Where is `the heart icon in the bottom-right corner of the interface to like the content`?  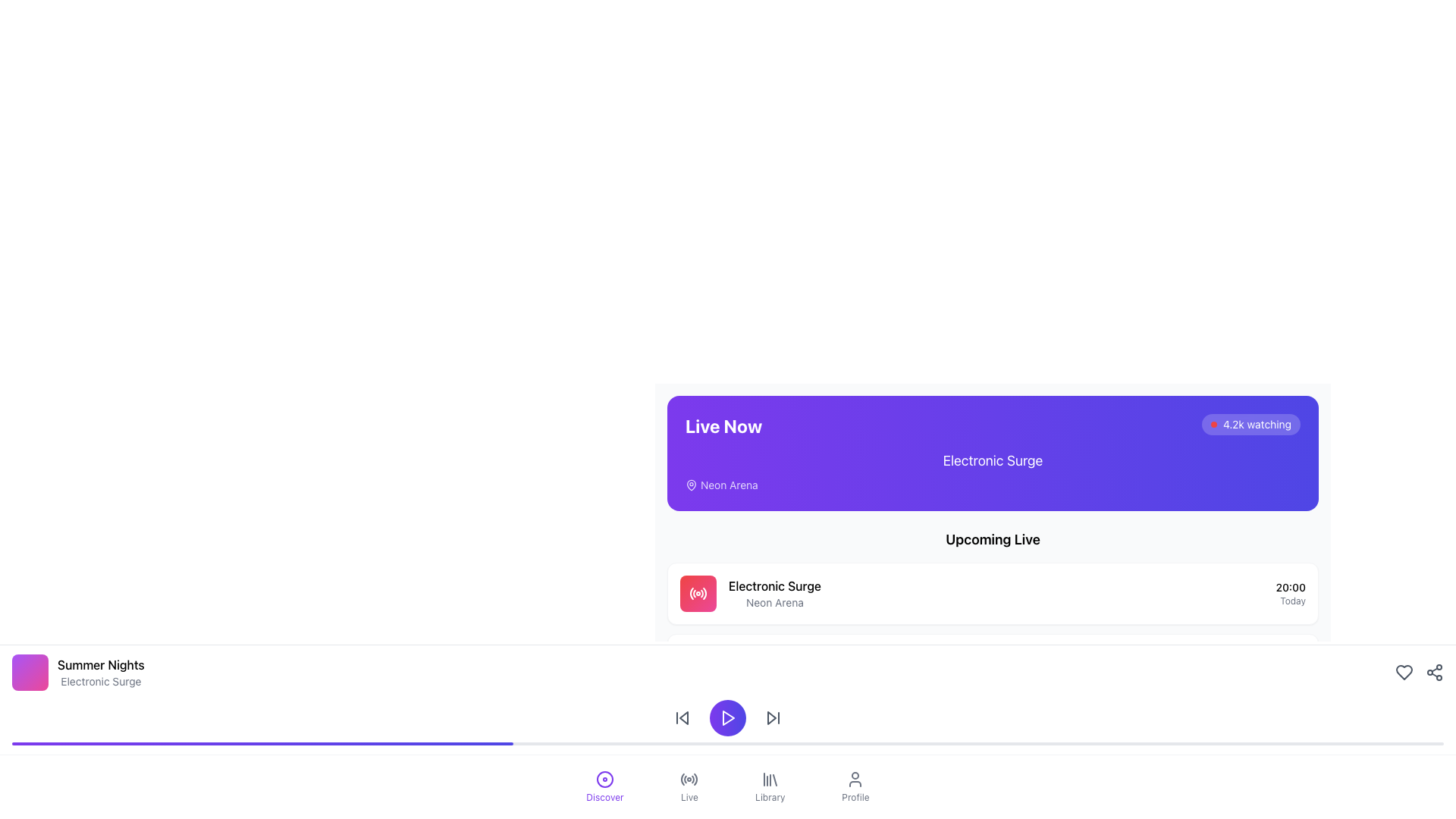 the heart icon in the bottom-right corner of the interface to like the content is located at coordinates (1419, 672).